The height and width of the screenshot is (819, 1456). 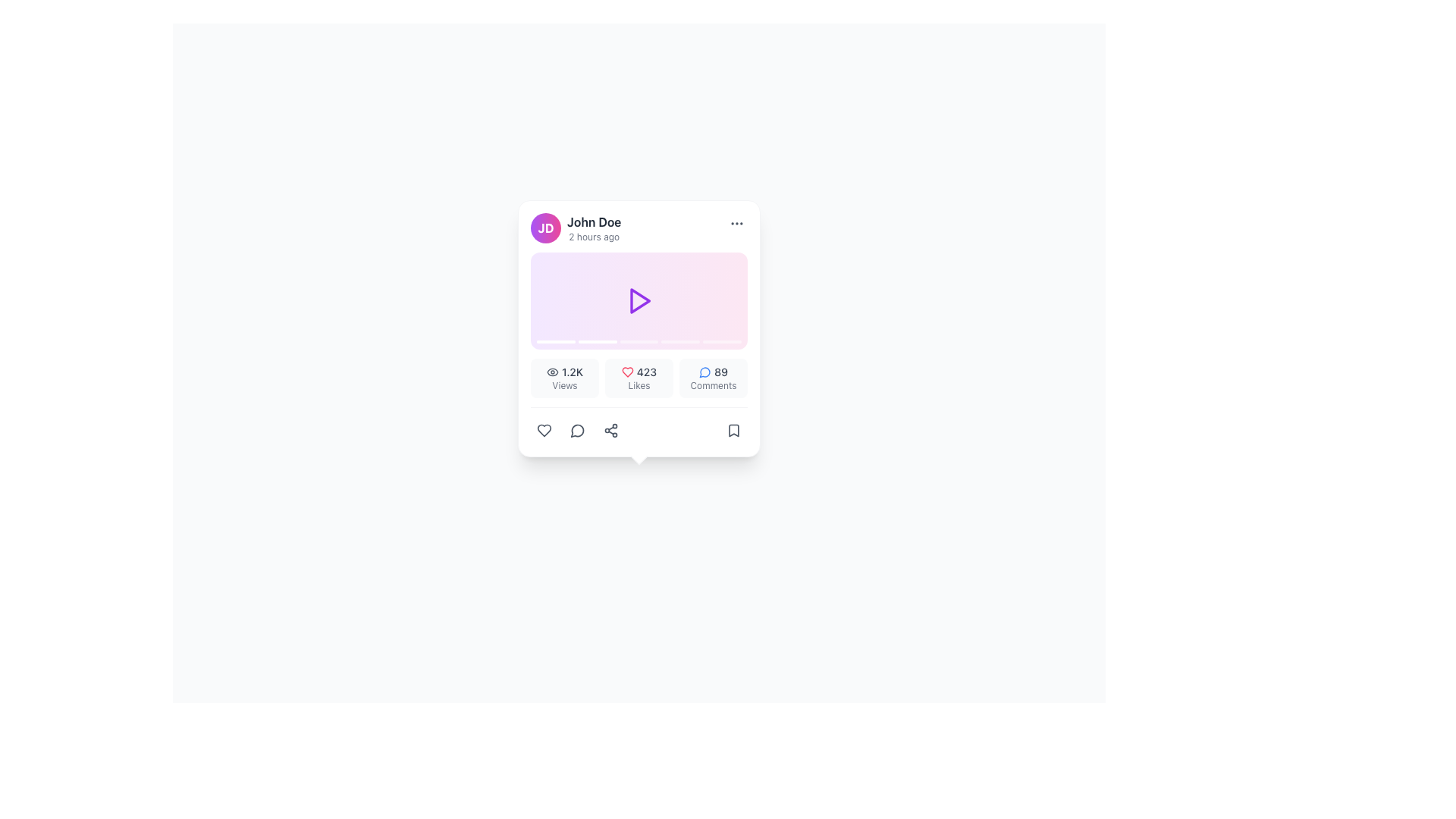 I want to click on the interactive media thumbnail, which is a rectangular block with a gradient background and a triangular play icon, so click(x=639, y=301).